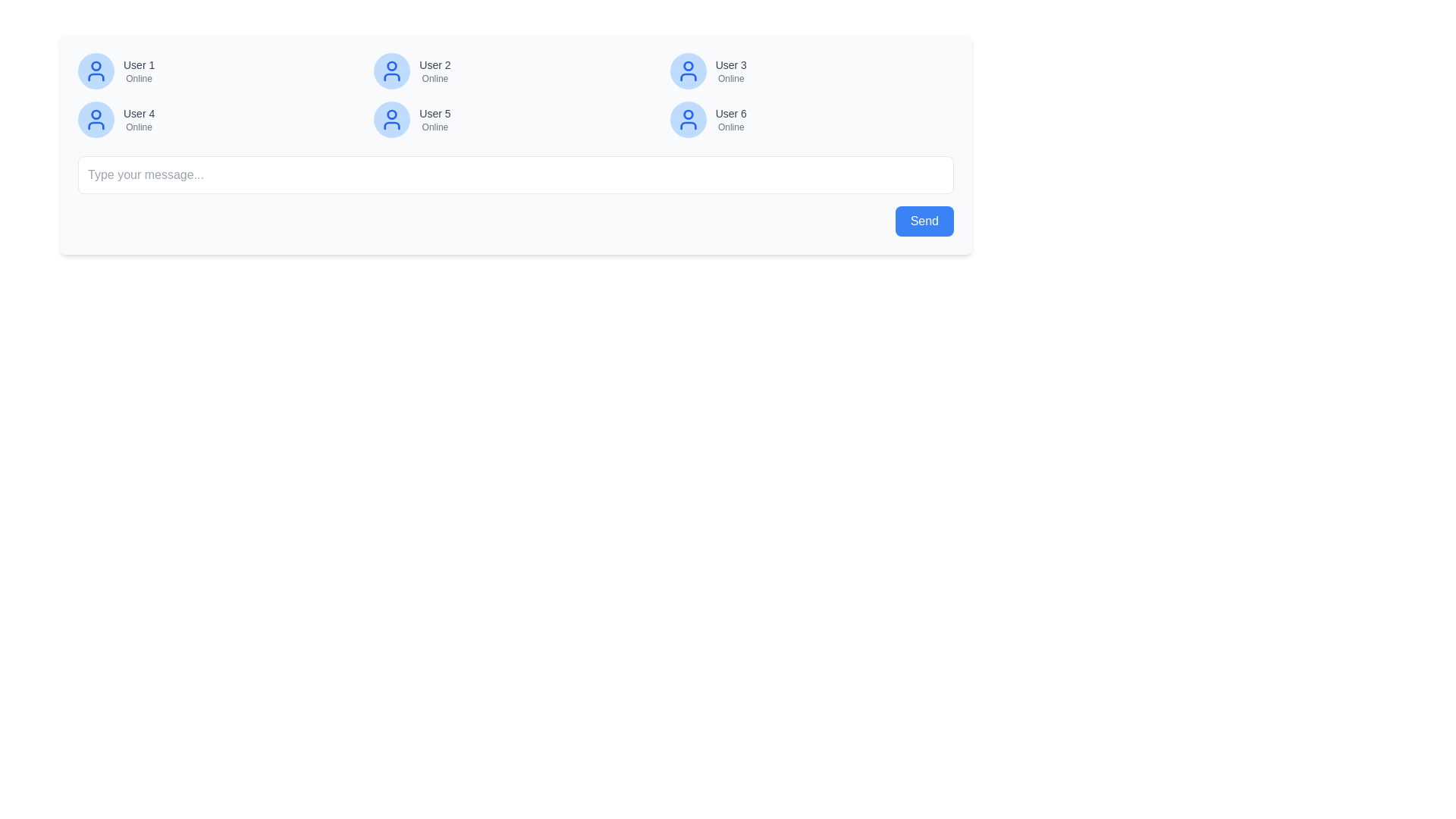 The width and height of the screenshot is (1456, 819). Describe the element at coordinates (687, 119) in the screenshot. I see `the circular user avatar with a blue background and user icon, part of the 'User 6 Online' entry in the user list grid` at that location.